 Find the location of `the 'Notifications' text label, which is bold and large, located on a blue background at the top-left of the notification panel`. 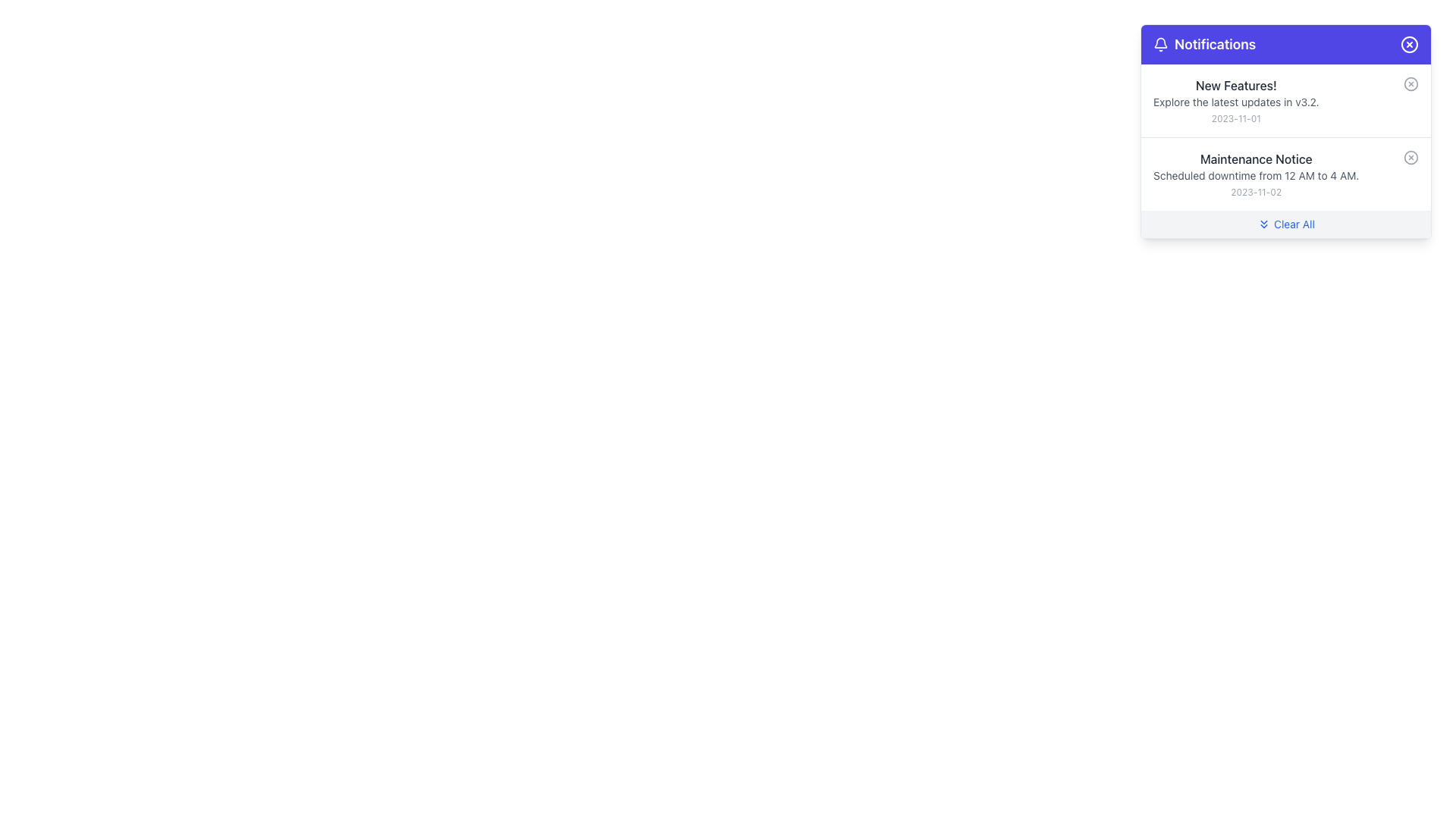

the 'Notifications' text label, which is bold and large, located on a blue background at the top-left of the notification panel is located at coordinates (1215, 43).